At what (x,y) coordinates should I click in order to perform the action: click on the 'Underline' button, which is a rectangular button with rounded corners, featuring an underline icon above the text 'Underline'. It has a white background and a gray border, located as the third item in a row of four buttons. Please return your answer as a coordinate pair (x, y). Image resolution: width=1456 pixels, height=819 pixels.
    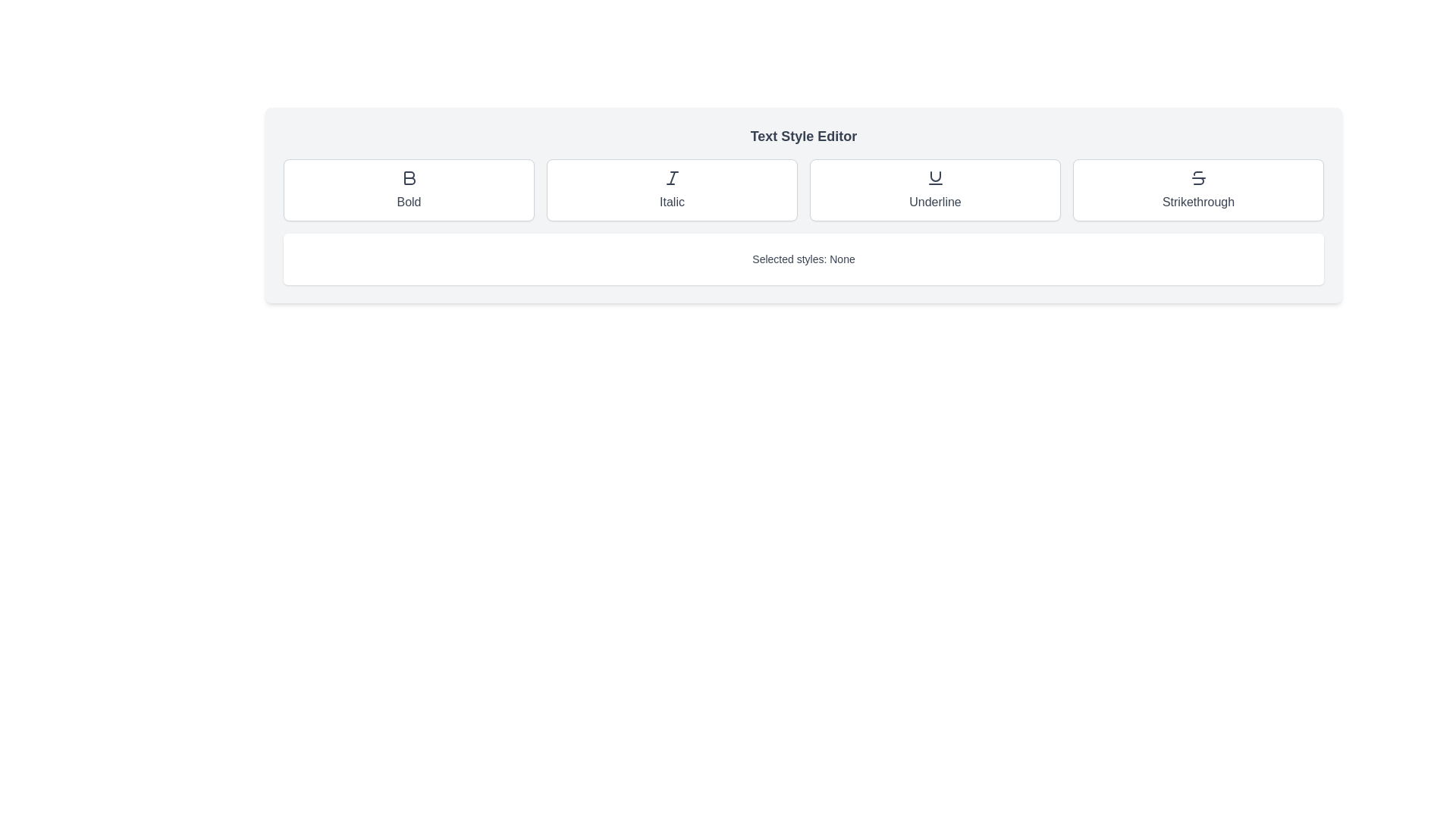
    Looking at the image, I should click on (934, 189).